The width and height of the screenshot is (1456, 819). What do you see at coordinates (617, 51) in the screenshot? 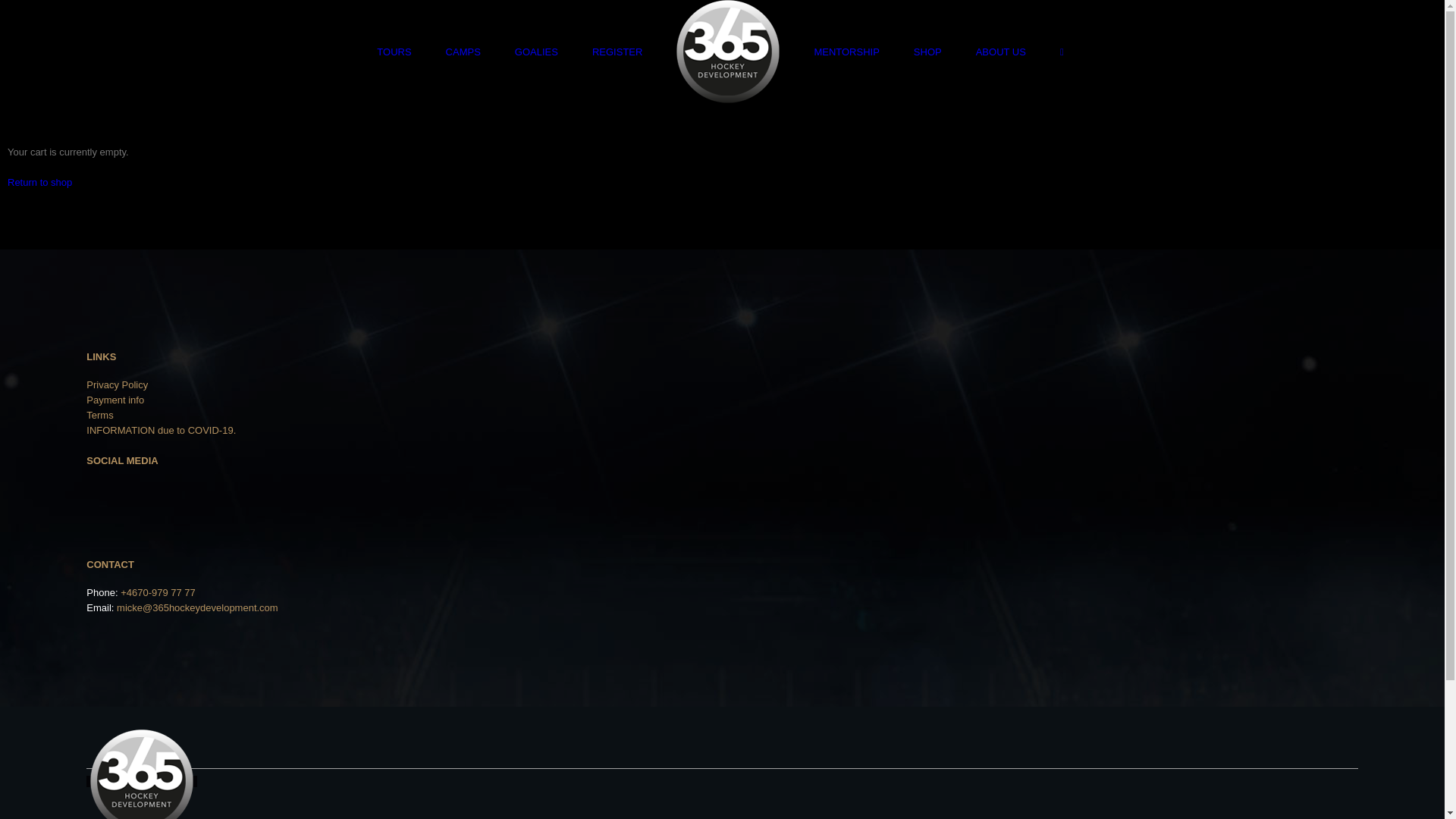
I see `'REGISTER'` at bounding box center [617, 51].